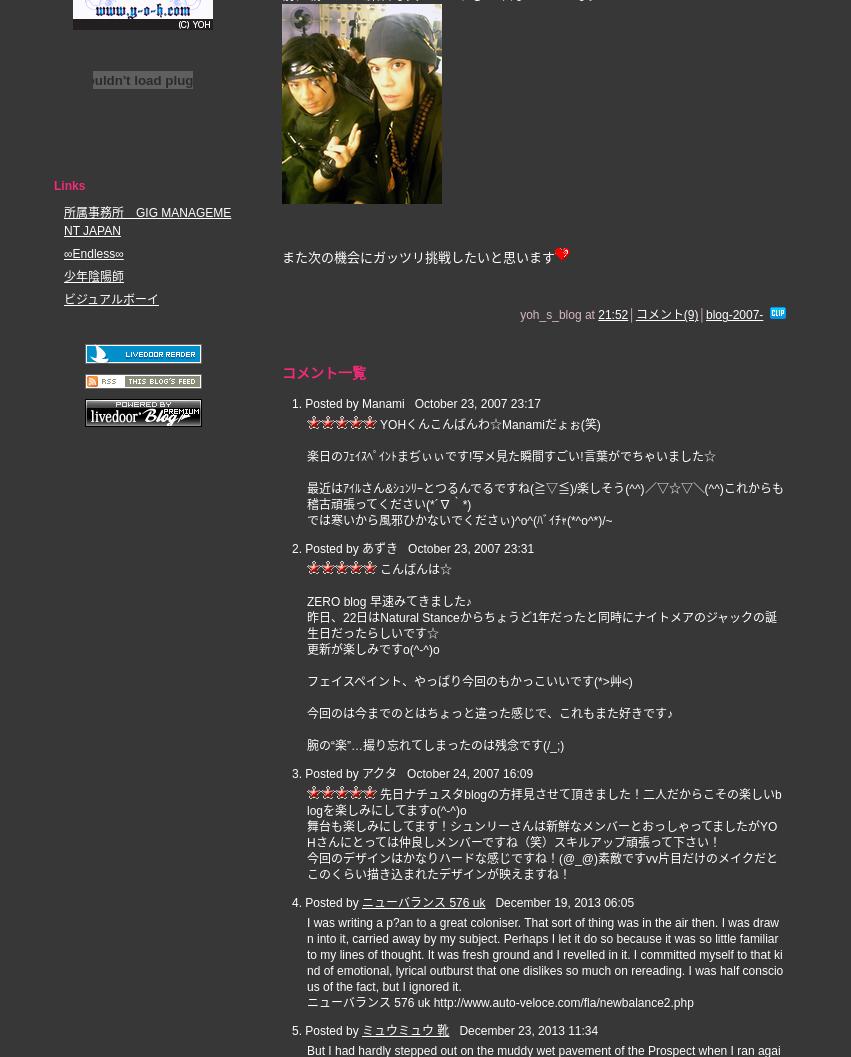  I want to click on '楽日のﾌｪｲｽﾍﾟｲﾝﾄまぢぃぃです!写メ見た瞬間すごい!言葉がでちゃいました☆', so click(511, 457).